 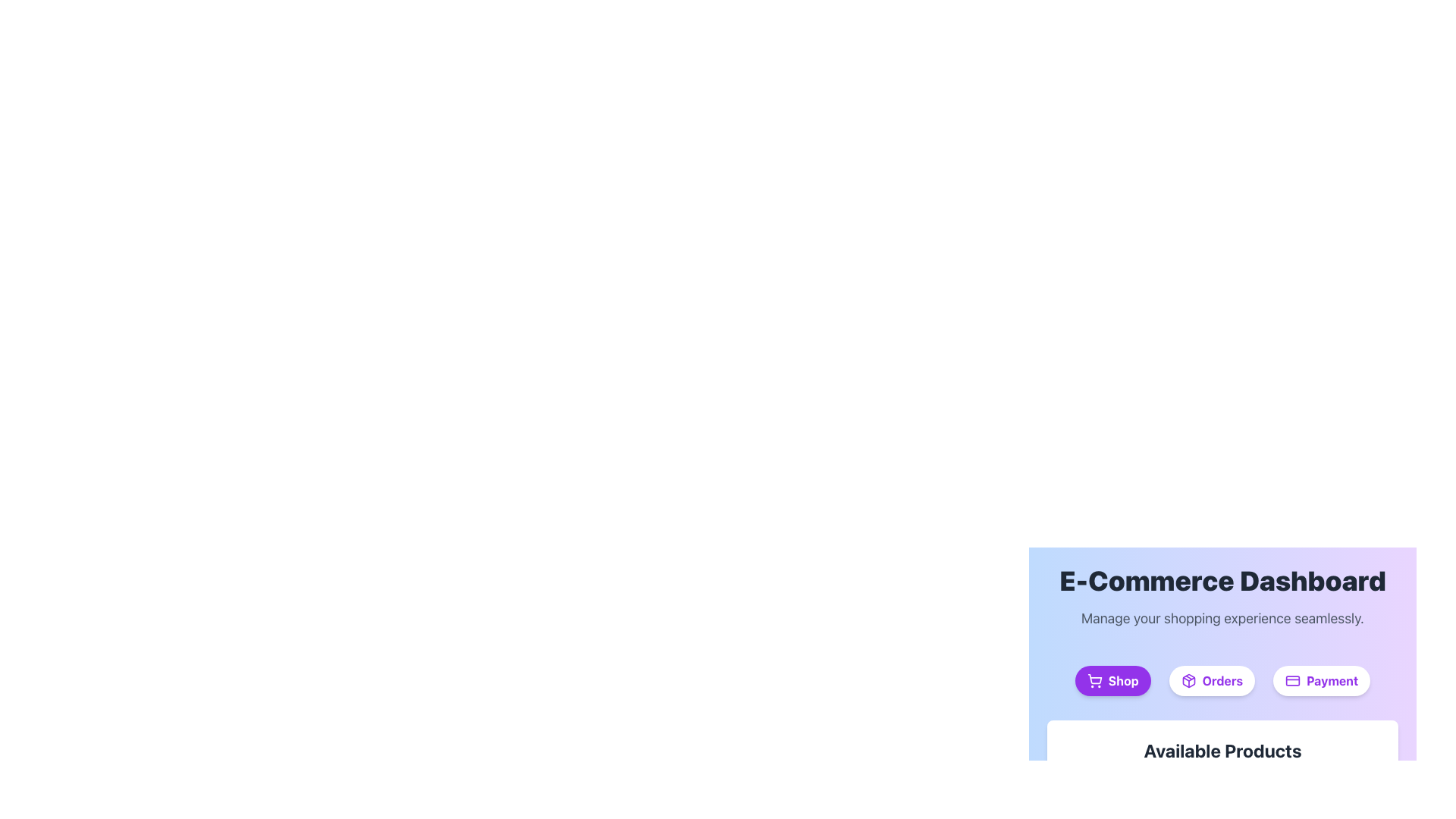 What do you see at coordinates (1291, 680) in the screenshot?
I see `the credit card body icon element, which is an SVG graphic positioned at the bottom-right part of the main interface` at bounding box center [1291, 680].